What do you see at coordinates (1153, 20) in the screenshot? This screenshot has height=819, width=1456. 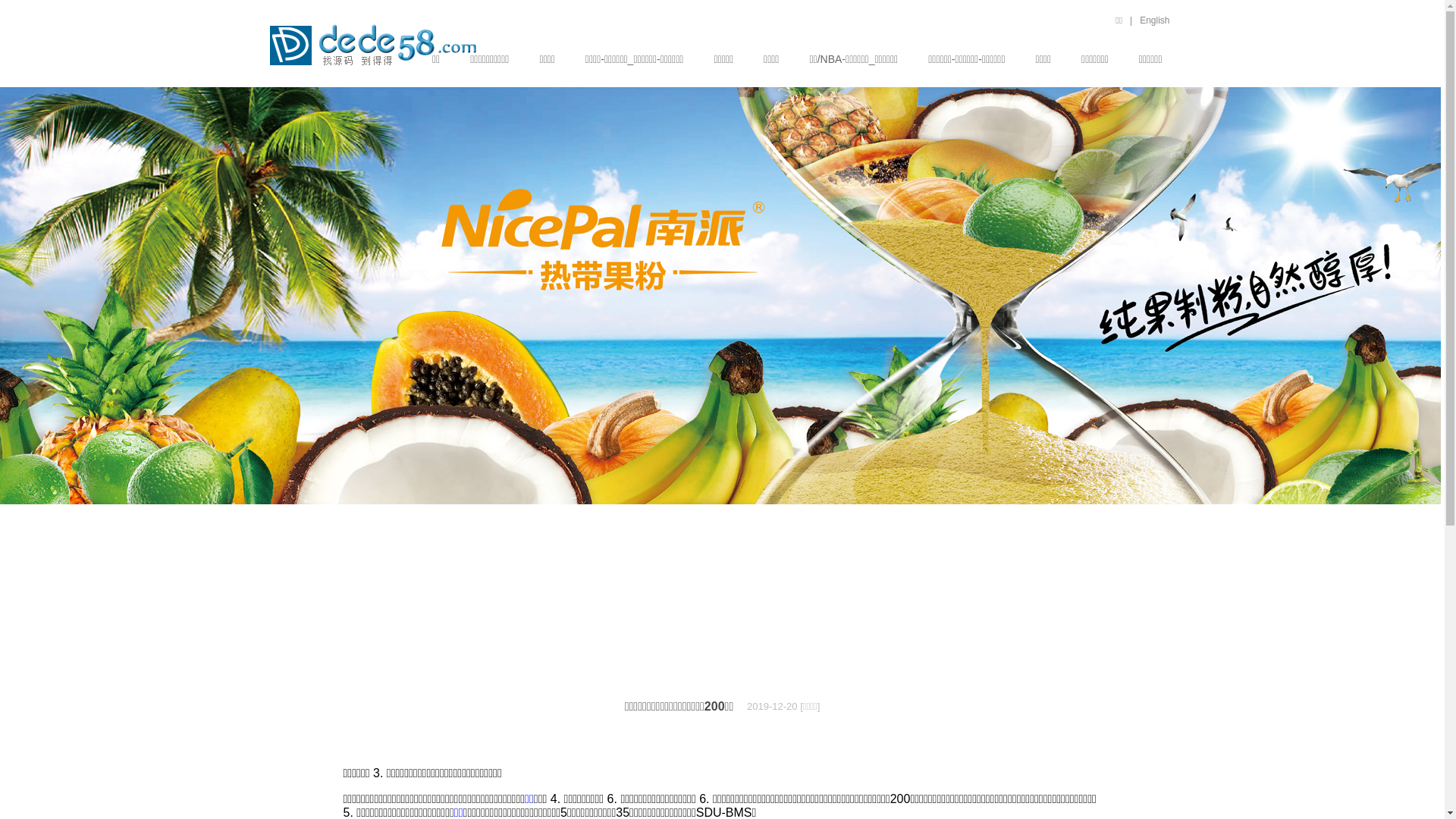 I see `'English'` at bounding box center [1153, 20].